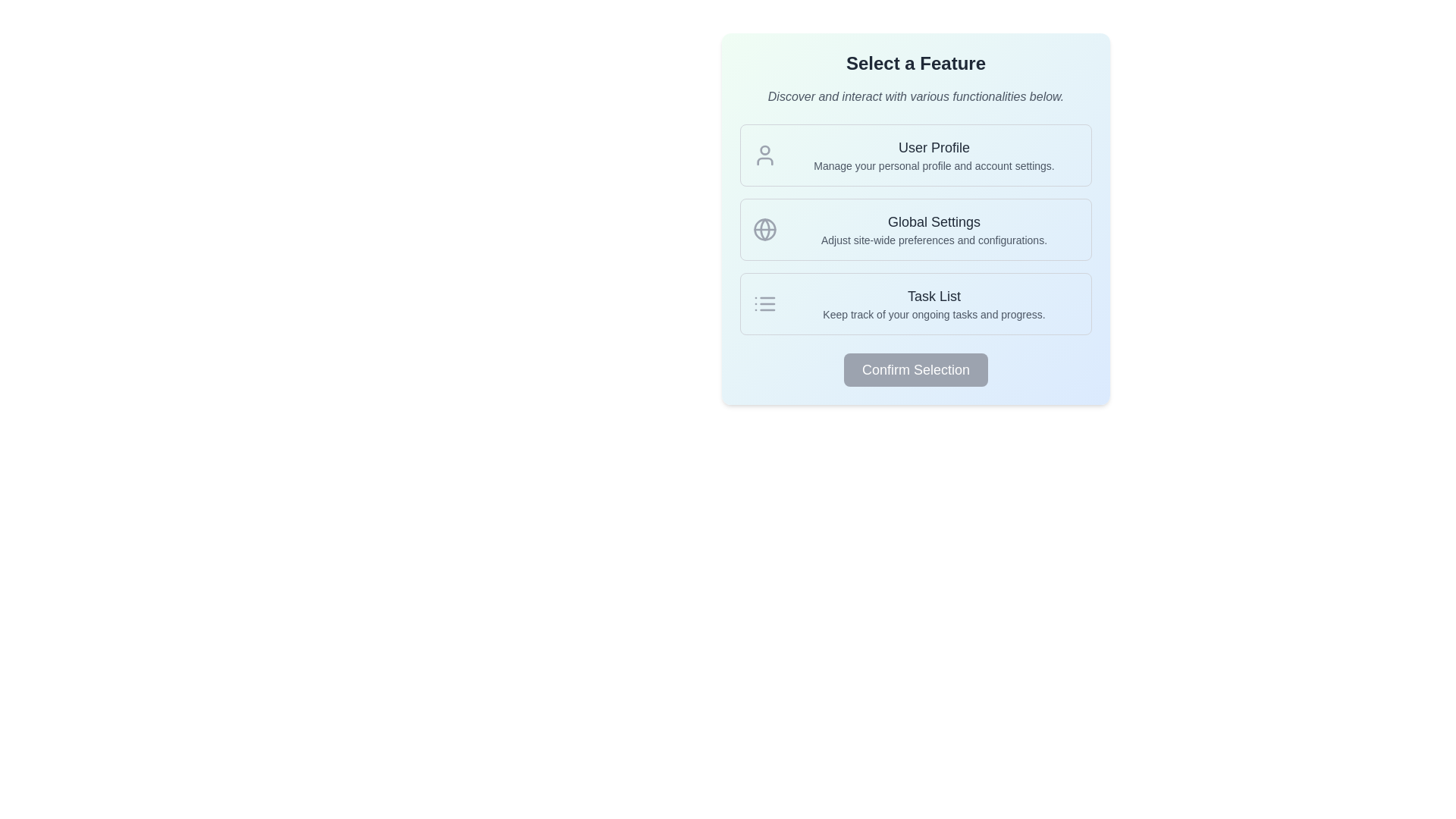  I want to click on the 'User Profile' text block which contains the title and subtitle, so click(934, 155).